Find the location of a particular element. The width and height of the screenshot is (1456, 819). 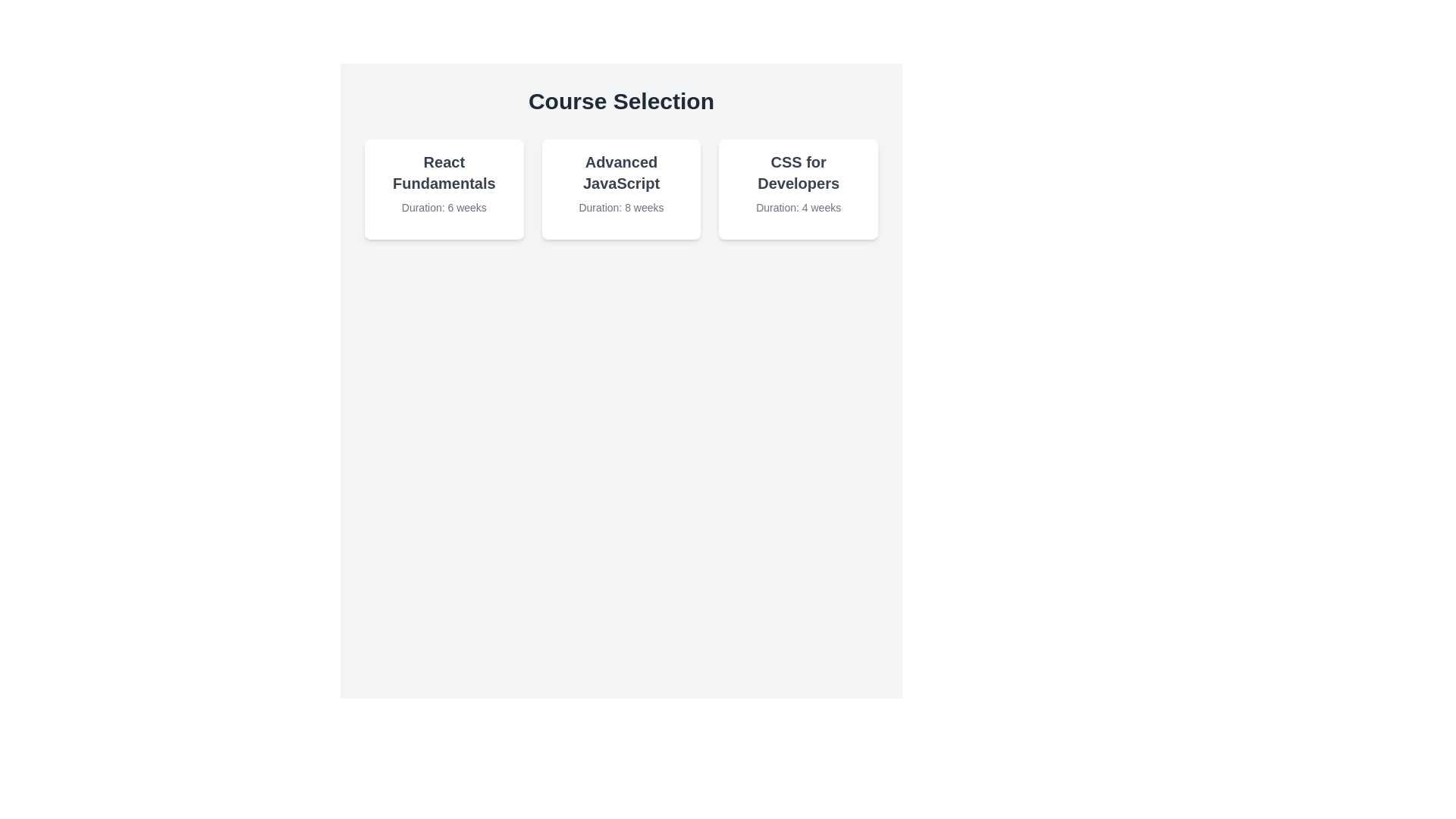

text content of the 'Advanced JavaScript' title label, which is displayed in bold, larger font and is positioned in the upper portion of the middle card is located at coordinates (621, 171).